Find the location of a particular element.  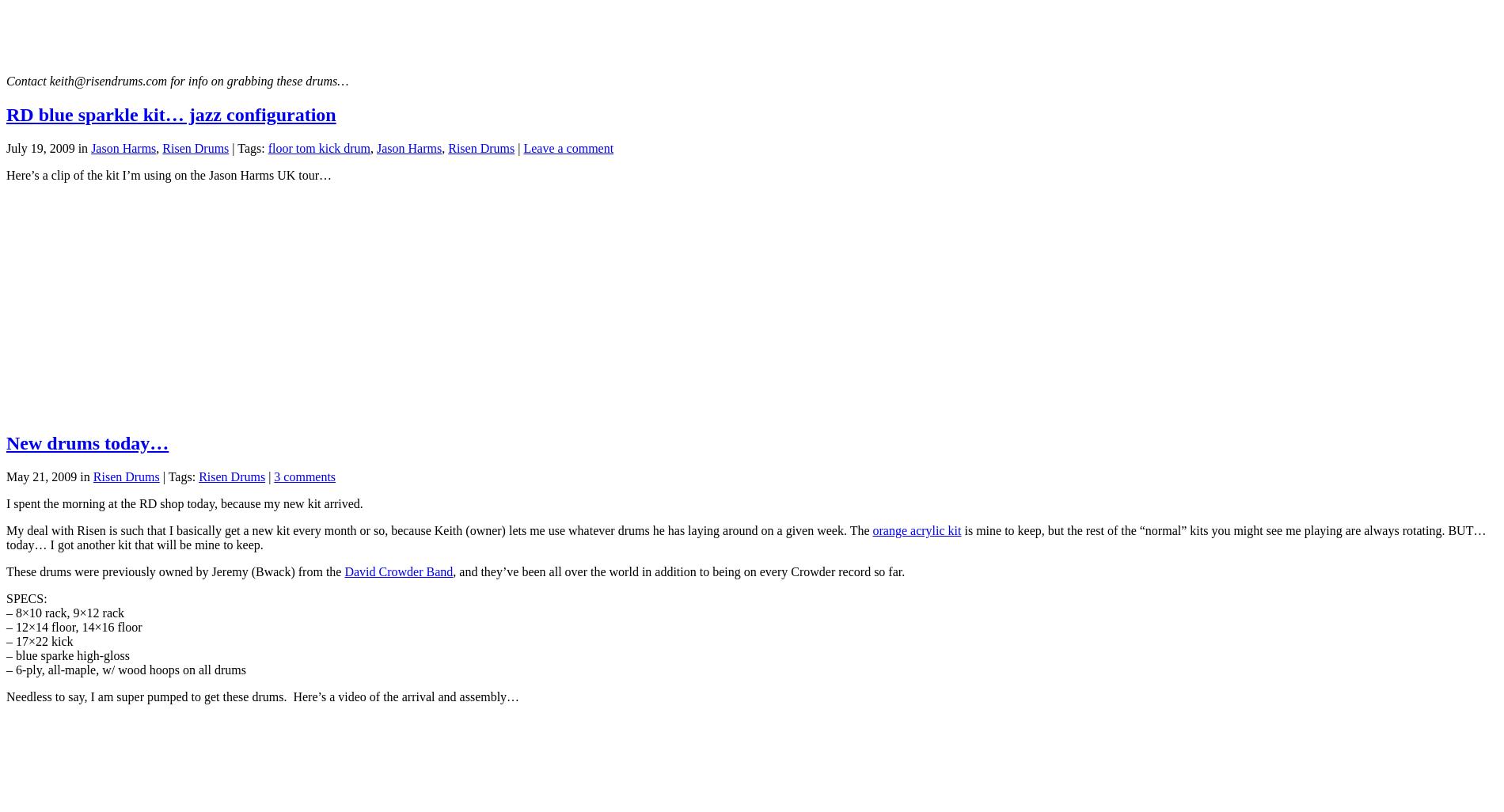

'RD blue sparkle kit… jazz configuration' is located at coordinates (6, 114).